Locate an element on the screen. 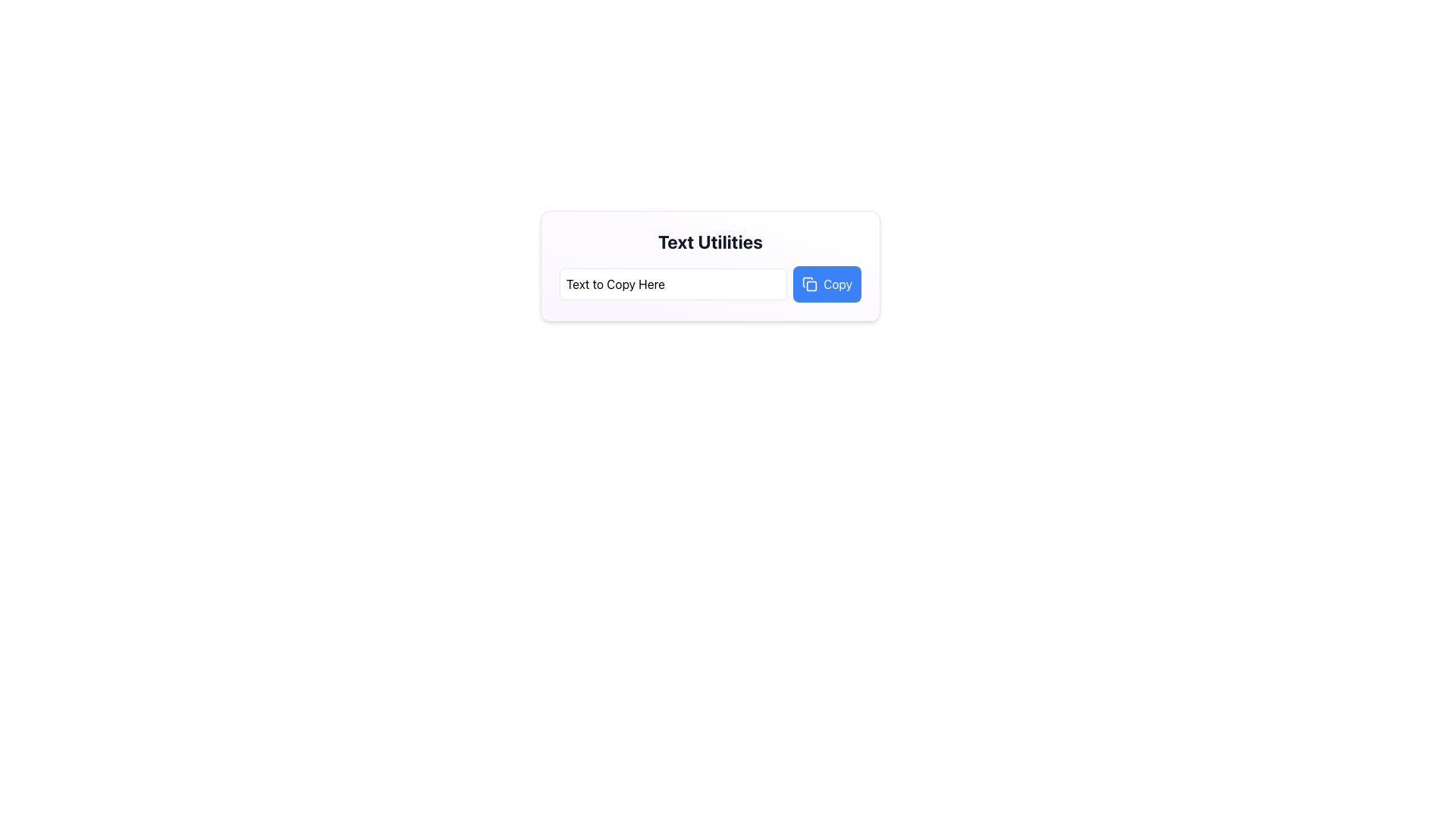  the copy button located to the right of the text input field to duplicate the text is located at coordinates (837, 284).